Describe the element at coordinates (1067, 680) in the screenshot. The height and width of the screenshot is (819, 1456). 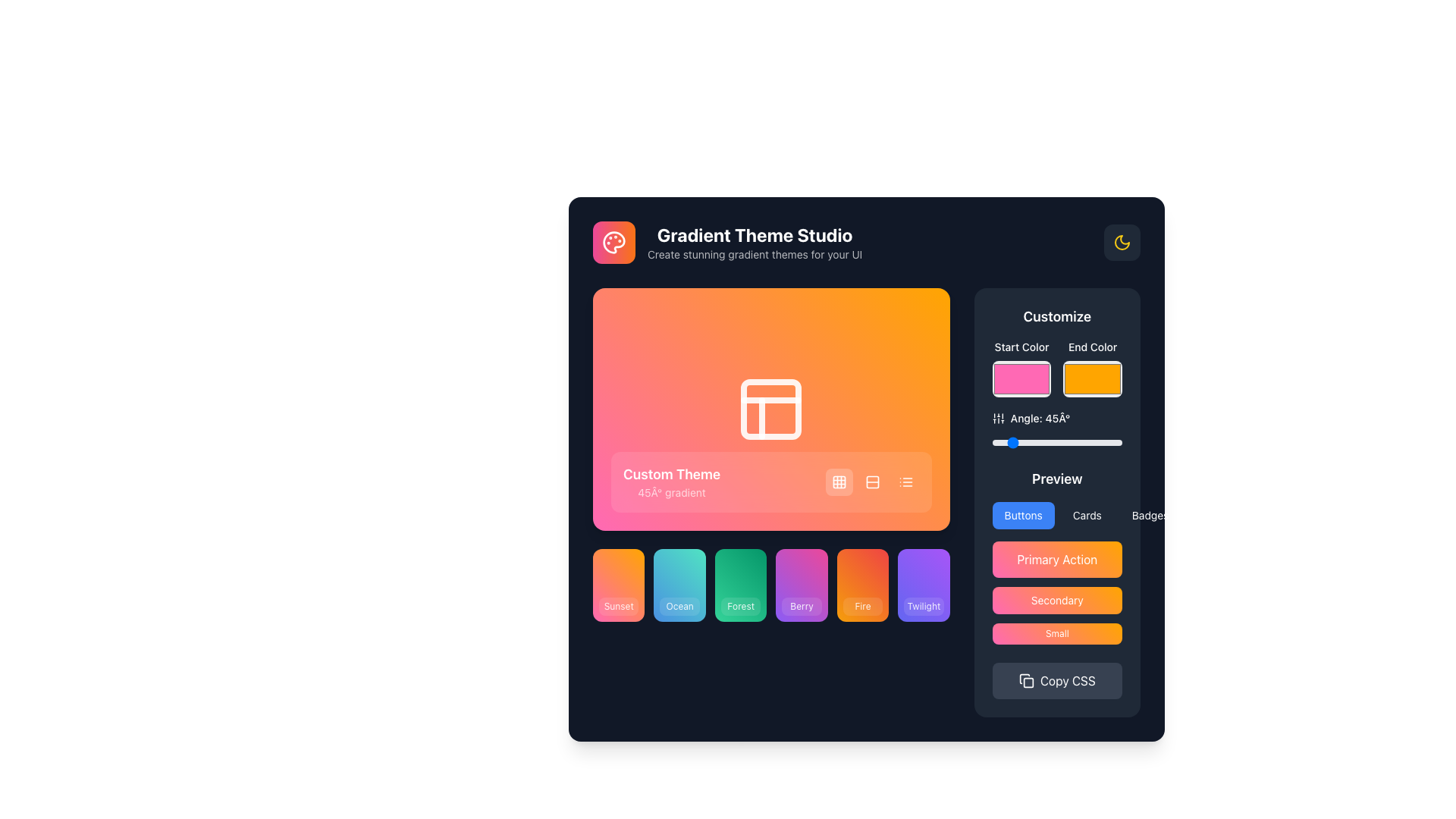
I see `the Text label within the button that facilitates copying CSS code` at that location.